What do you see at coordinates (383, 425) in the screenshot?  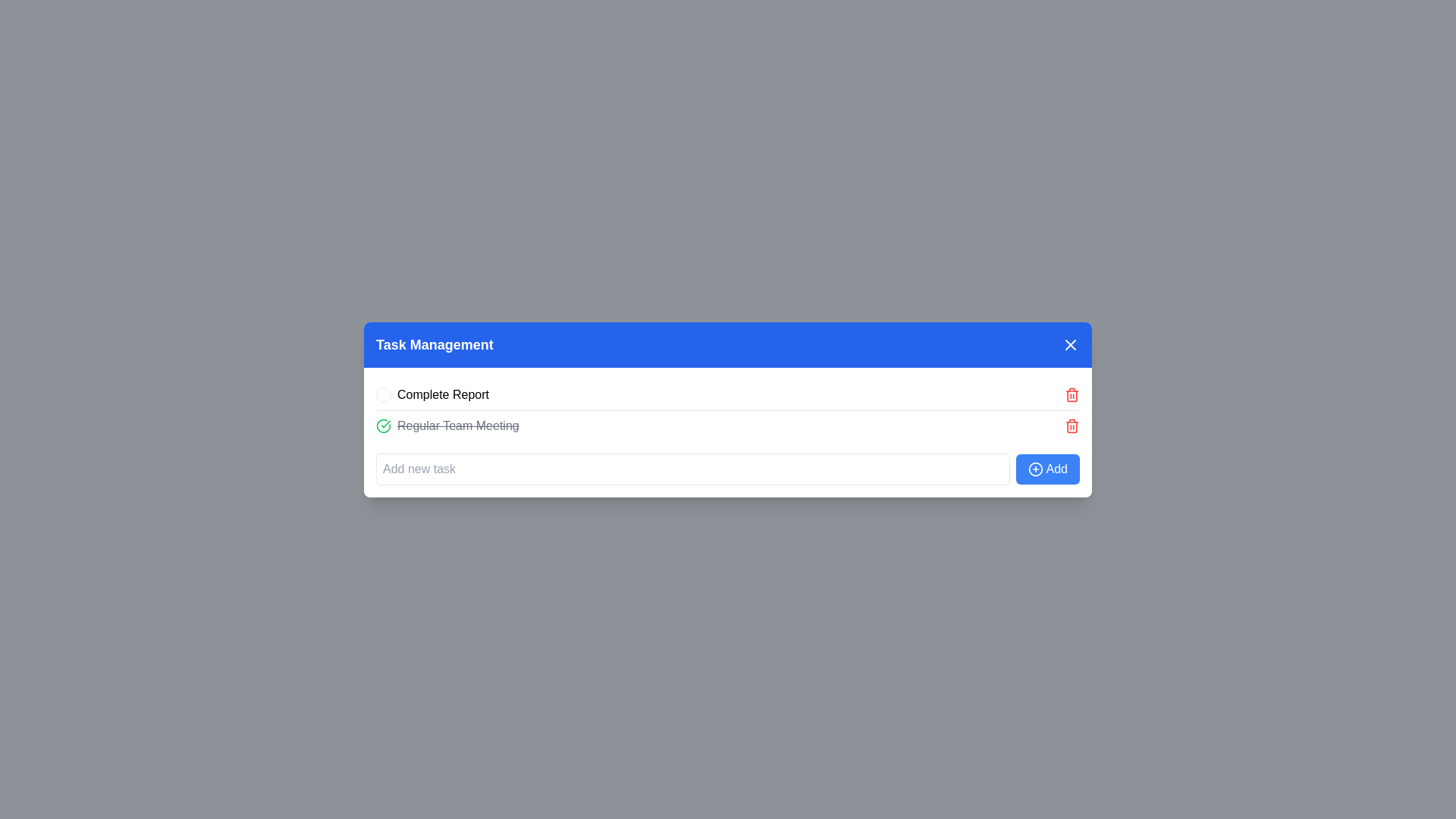 I see `the completion icon located to the left of the text 'Regular Team Meeting' in the task list, which is the second task row` at bounding box center [383, 425].